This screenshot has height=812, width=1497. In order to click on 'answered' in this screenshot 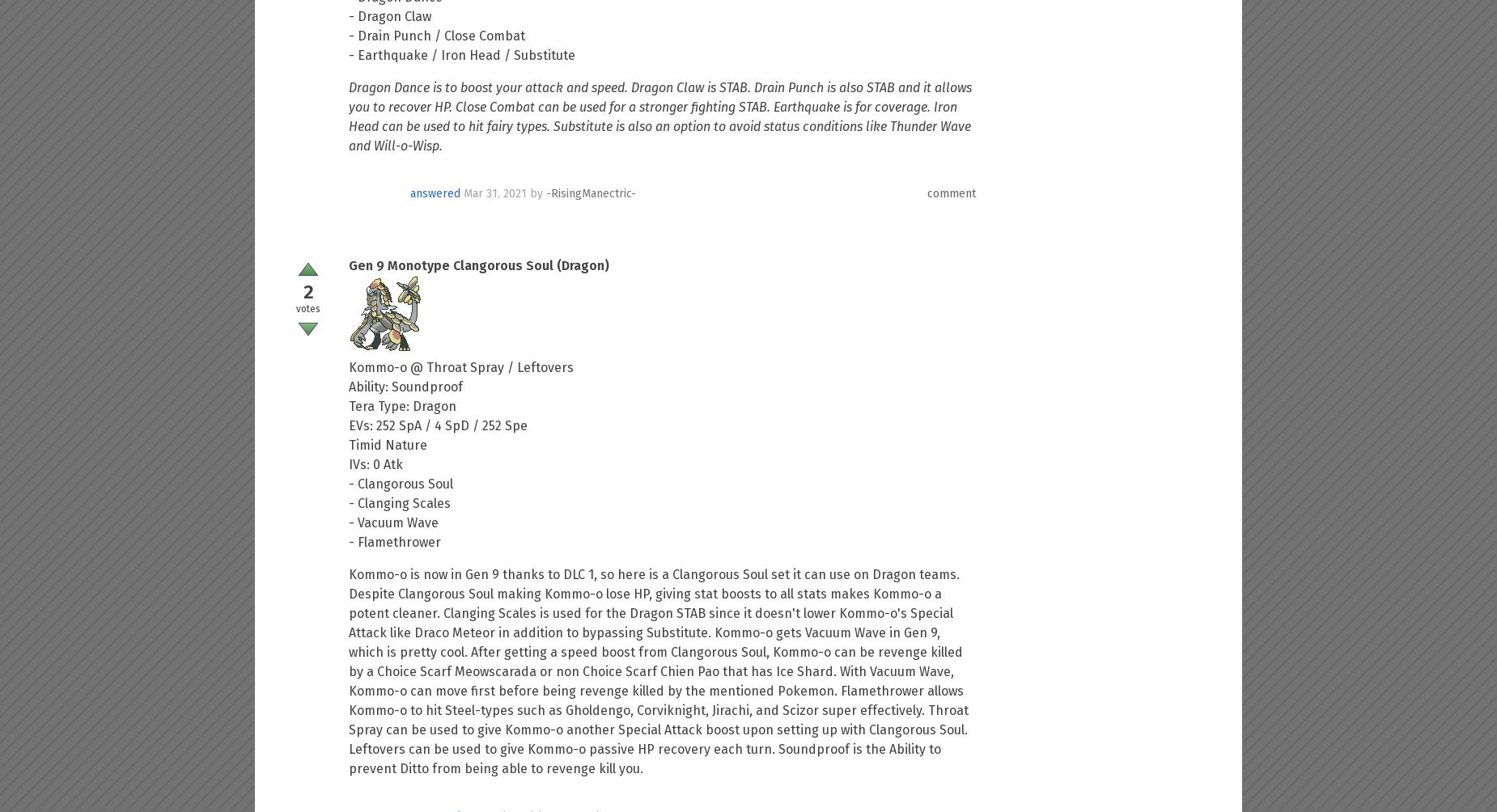, I will do `click(410, 192)`.